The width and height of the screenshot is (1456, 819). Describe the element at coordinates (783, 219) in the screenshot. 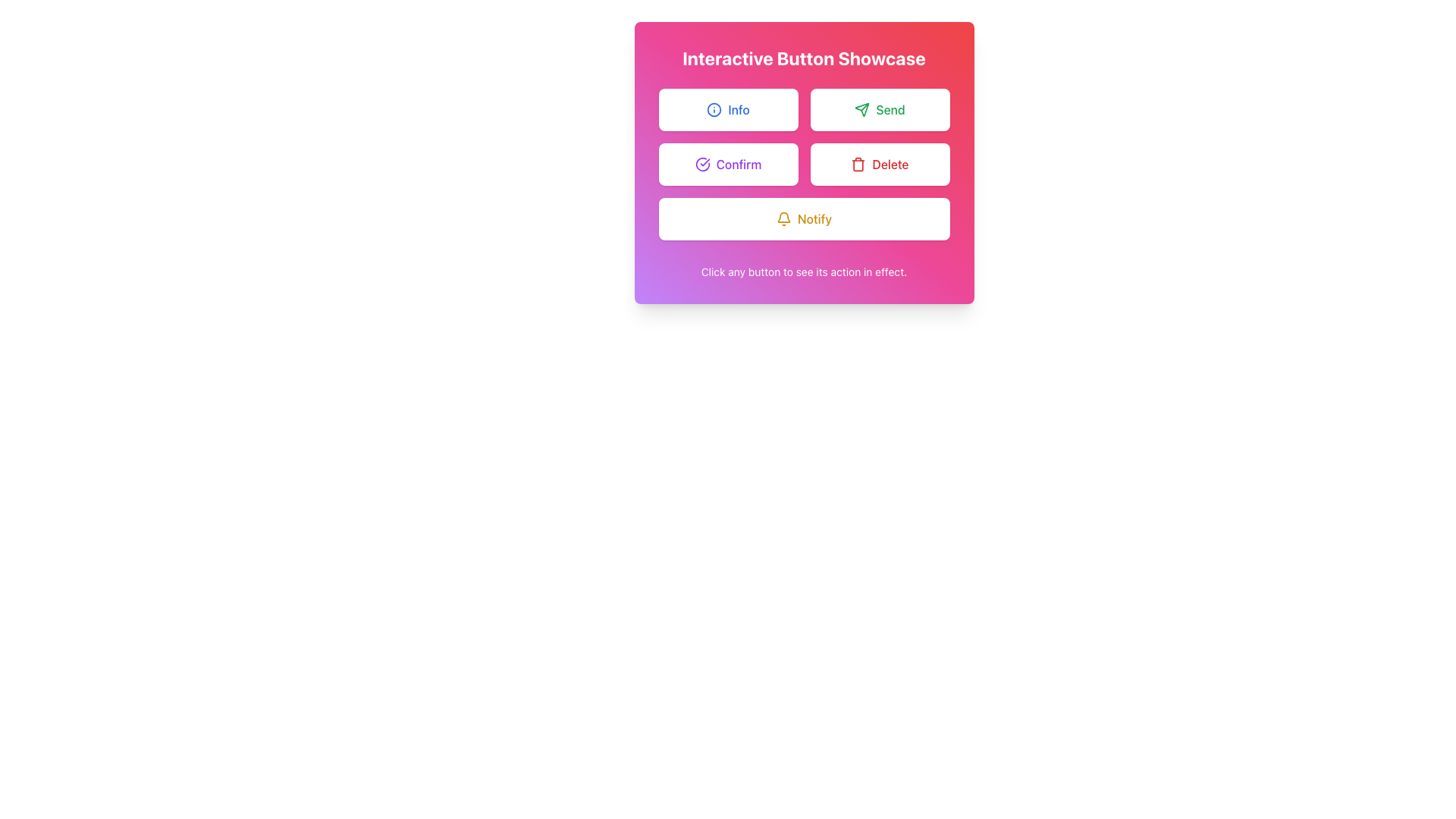

I see `the notification icon located to the left of the 'Notify' text within the button at the bottom-center of the interactive button grid` at that location.